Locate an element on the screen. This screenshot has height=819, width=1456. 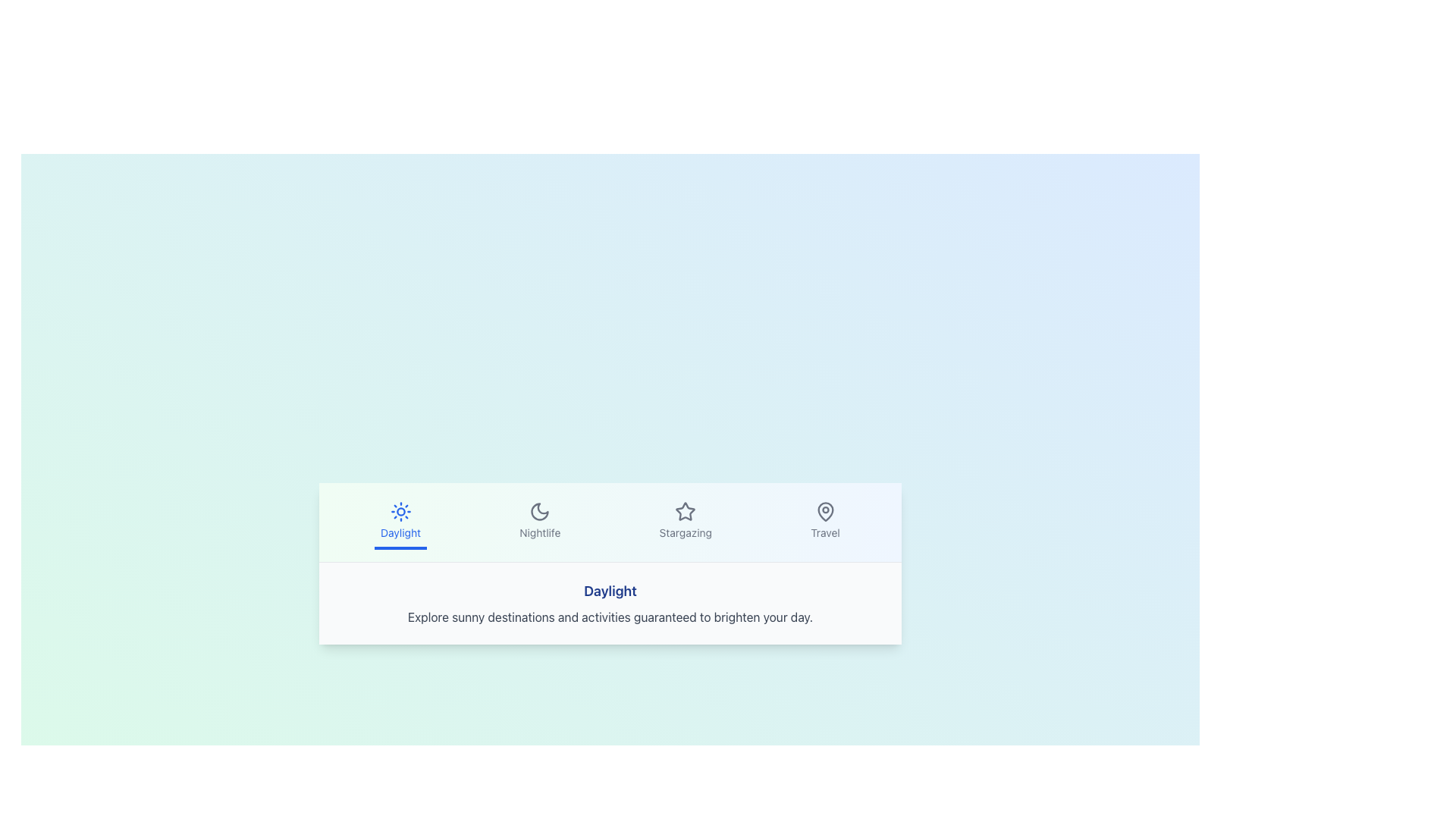
the 'Nightlife' navigation label is located at coordinates (540, 532).